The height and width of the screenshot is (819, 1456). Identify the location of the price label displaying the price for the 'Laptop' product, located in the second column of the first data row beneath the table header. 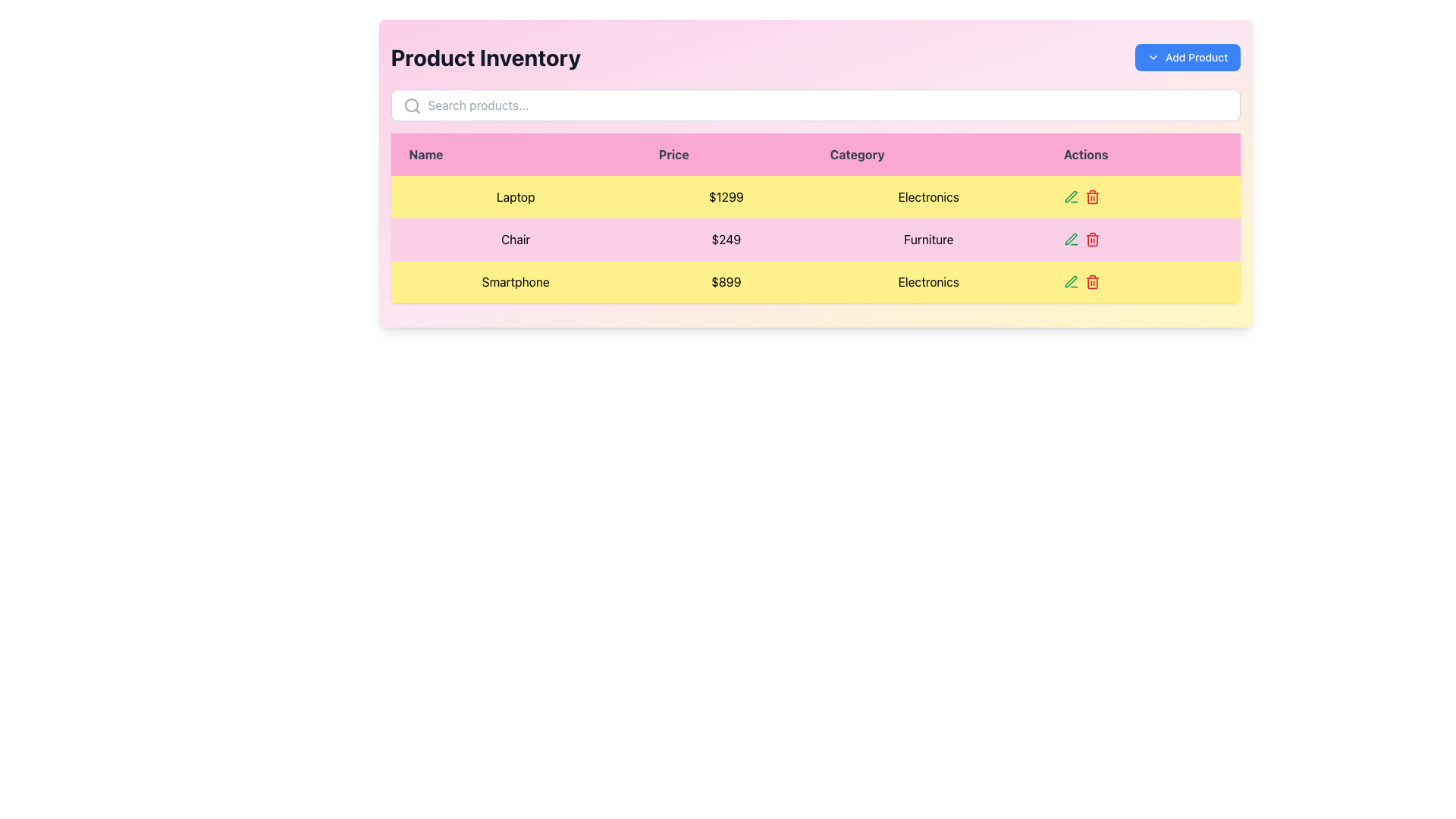
(725, 196).